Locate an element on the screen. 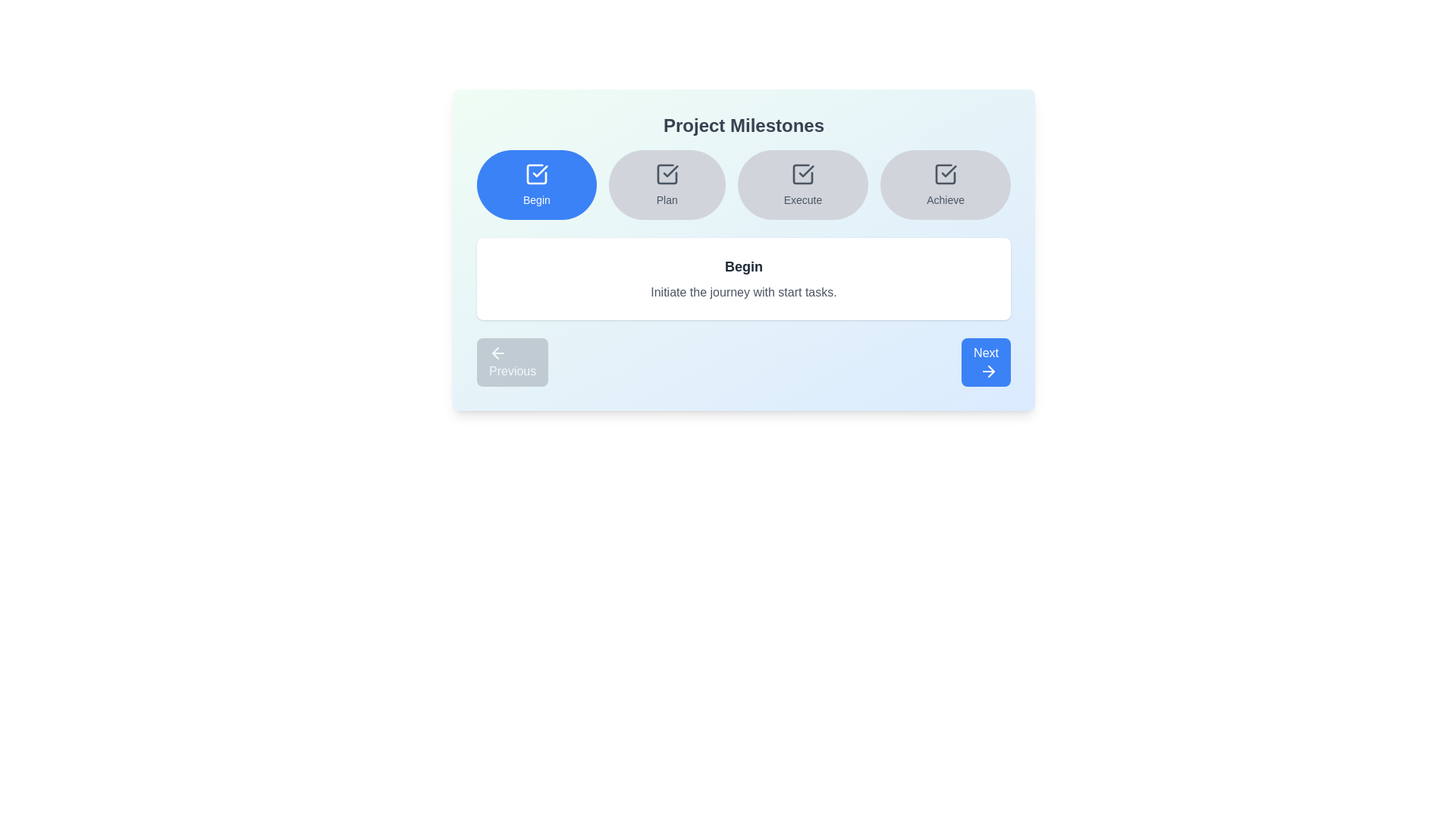 Image resolution: width=1456 pixels, height=819 pixels. the checkmark icon within the blue 'Begin' button, indicating the selected state of the milestone is located at coordinates (540, 171).